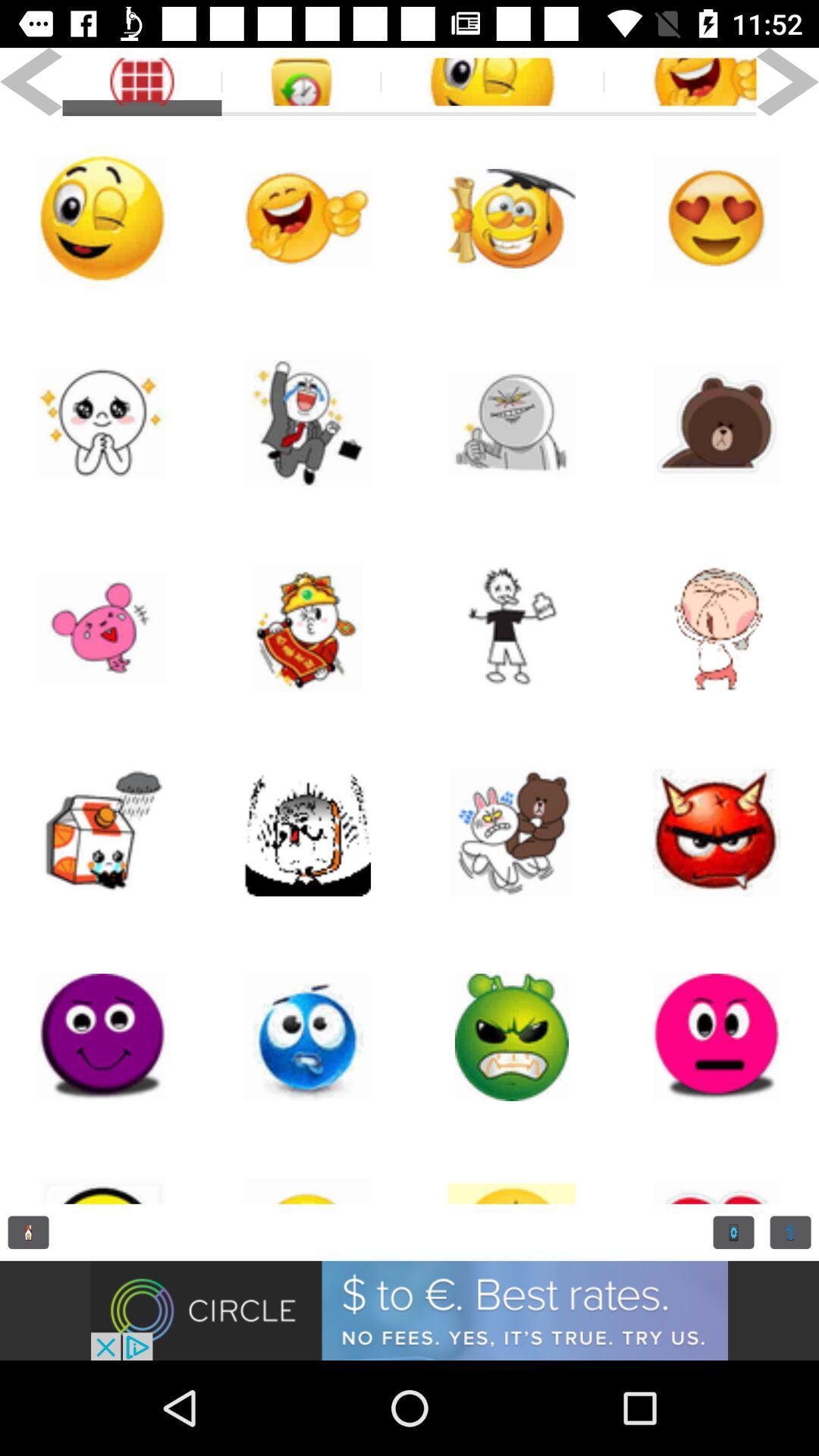  Describe the element at coordinates (307, 1171) in the screenshot. I see `image option` at that location.